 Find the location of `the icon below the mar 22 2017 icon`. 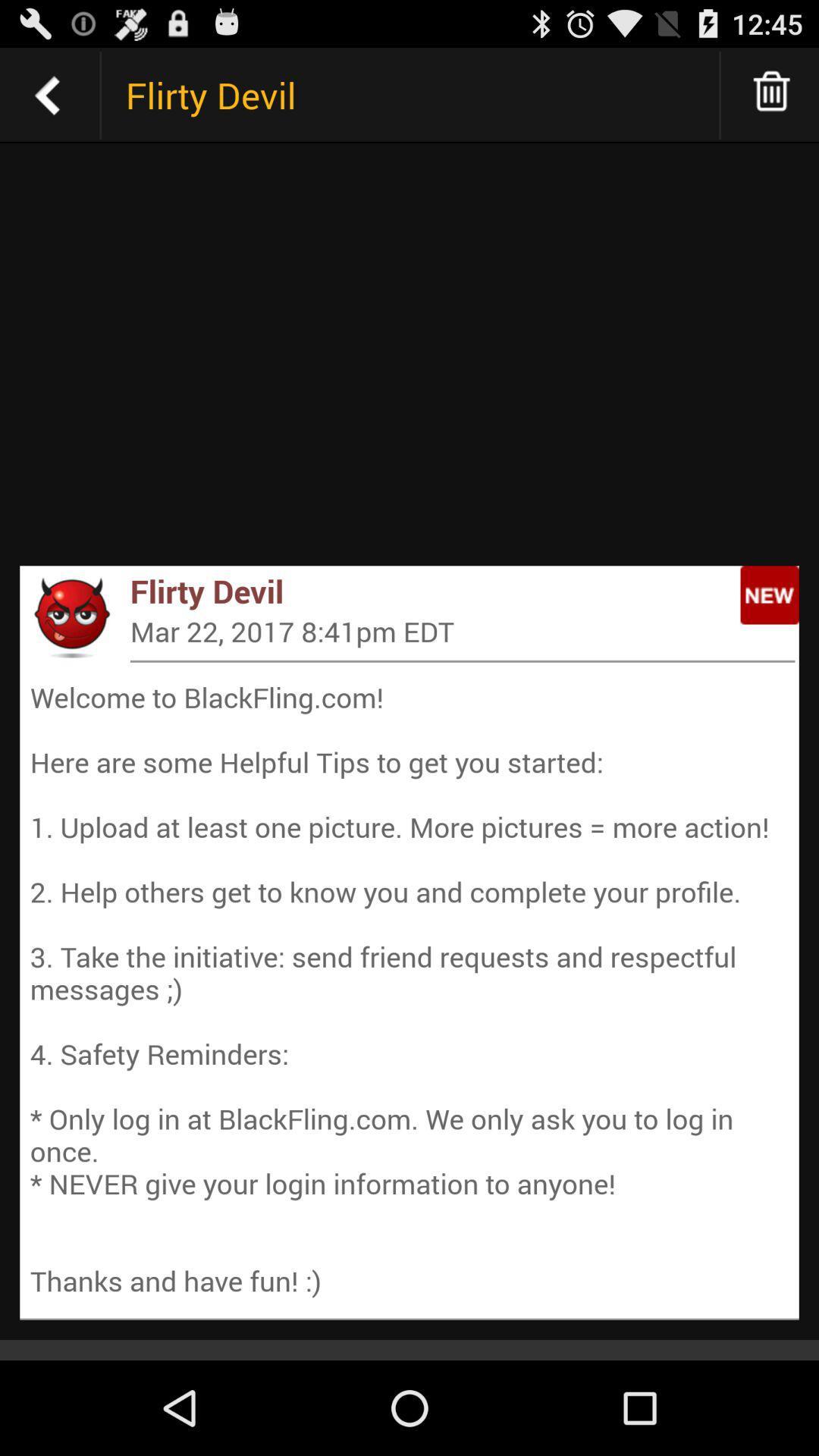

the icon below the mar 22 2017 icon is located at coordinates (462, 661).